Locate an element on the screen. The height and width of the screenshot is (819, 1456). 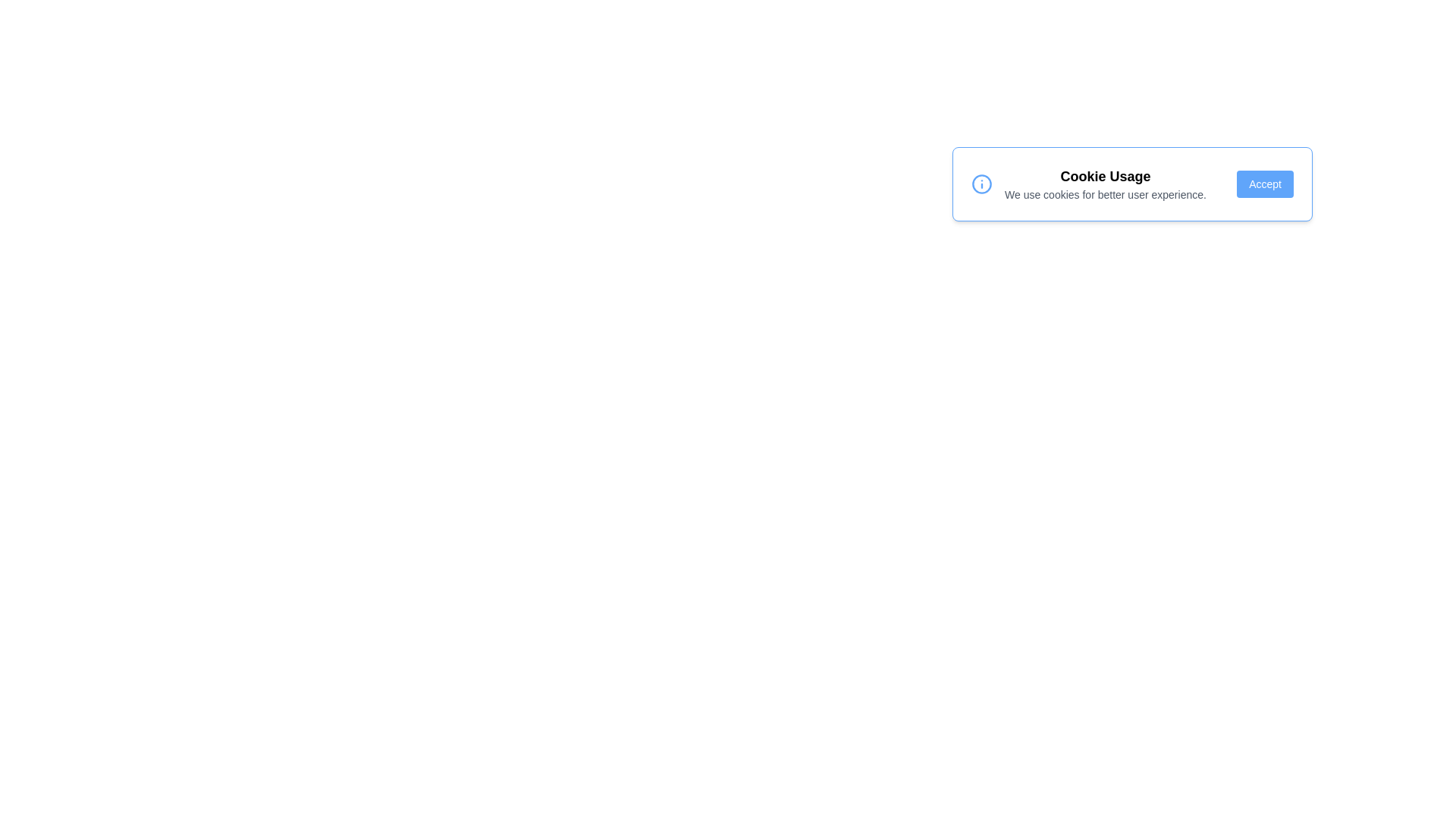
the information icon located at the leftmost part of the notification card near the 'Cookie Usage' text is located at coordinates (982, 184).